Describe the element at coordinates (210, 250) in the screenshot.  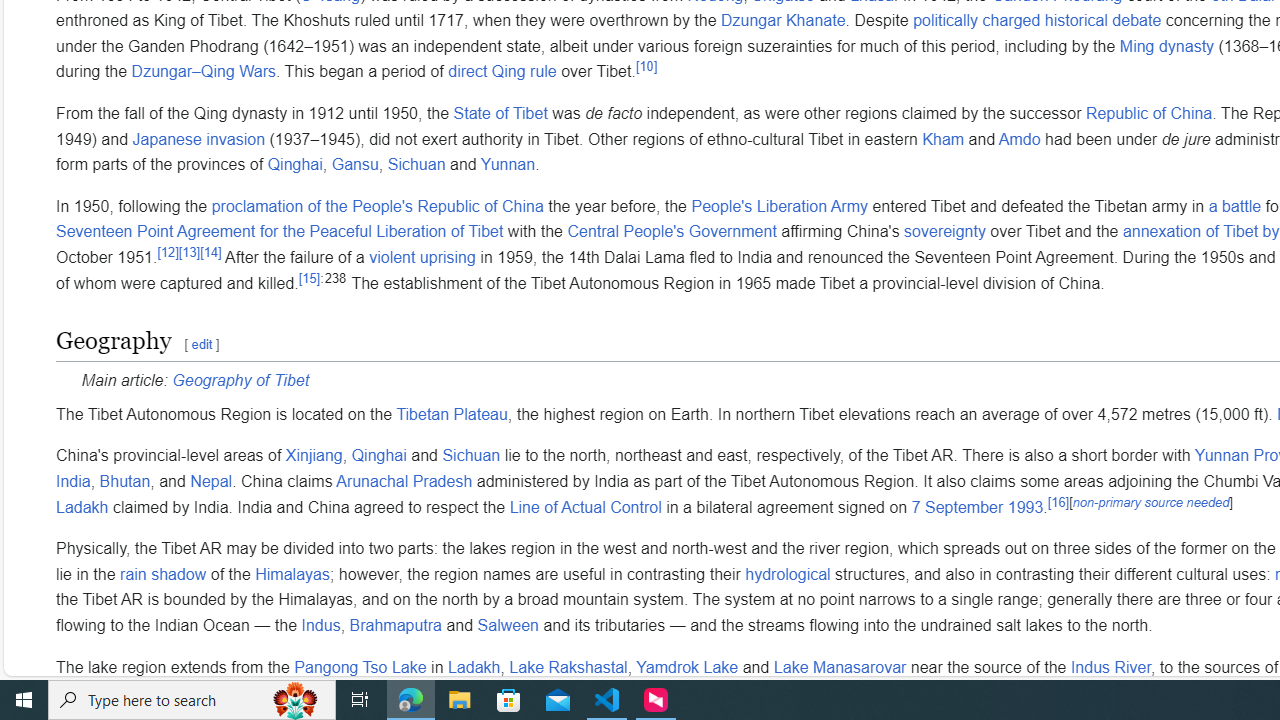
I see `'[14]'` at that location.